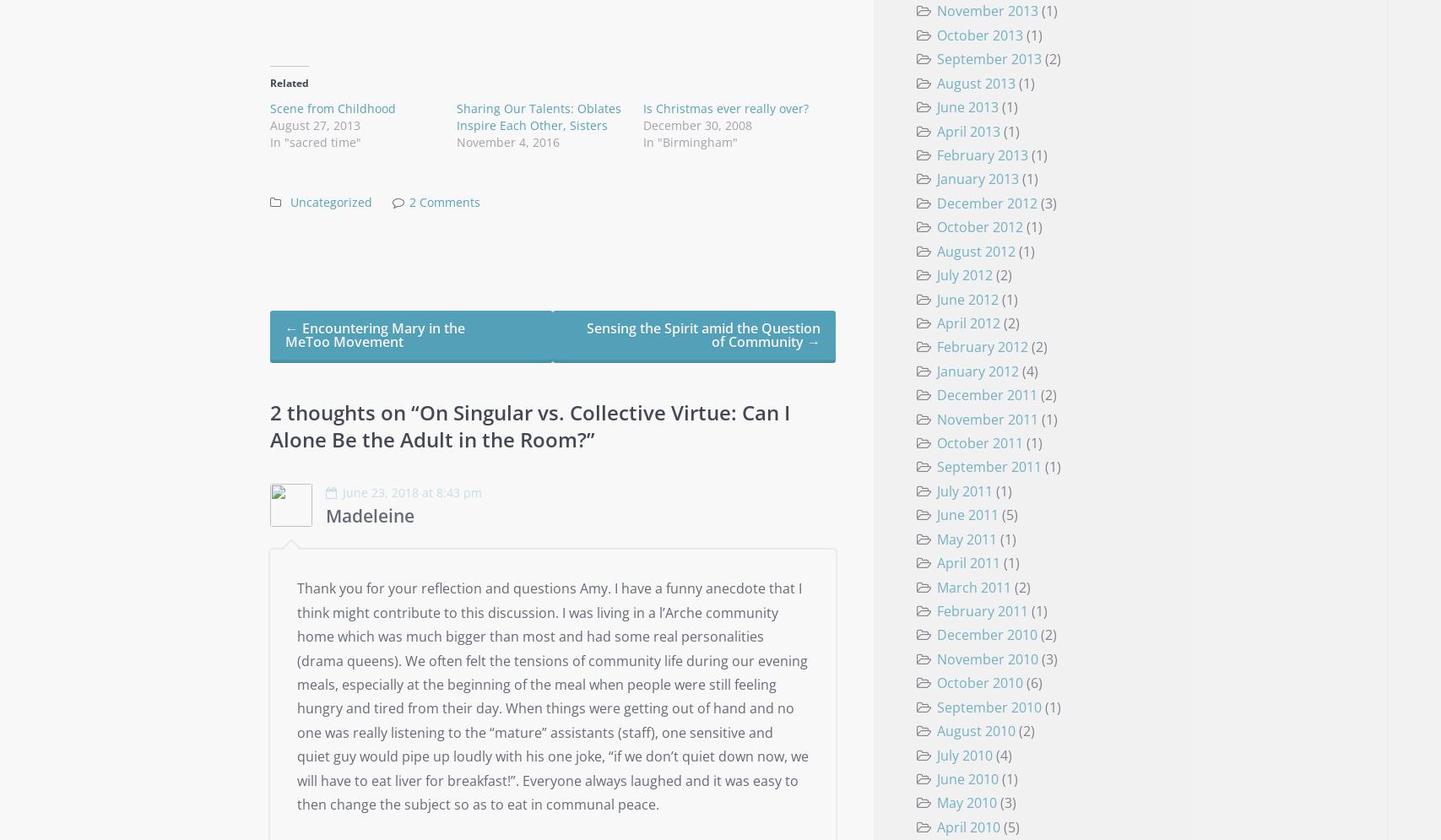  Describe the element at coordinates (967, 825) in the screenshot. I see `'April 2010'` at that location.